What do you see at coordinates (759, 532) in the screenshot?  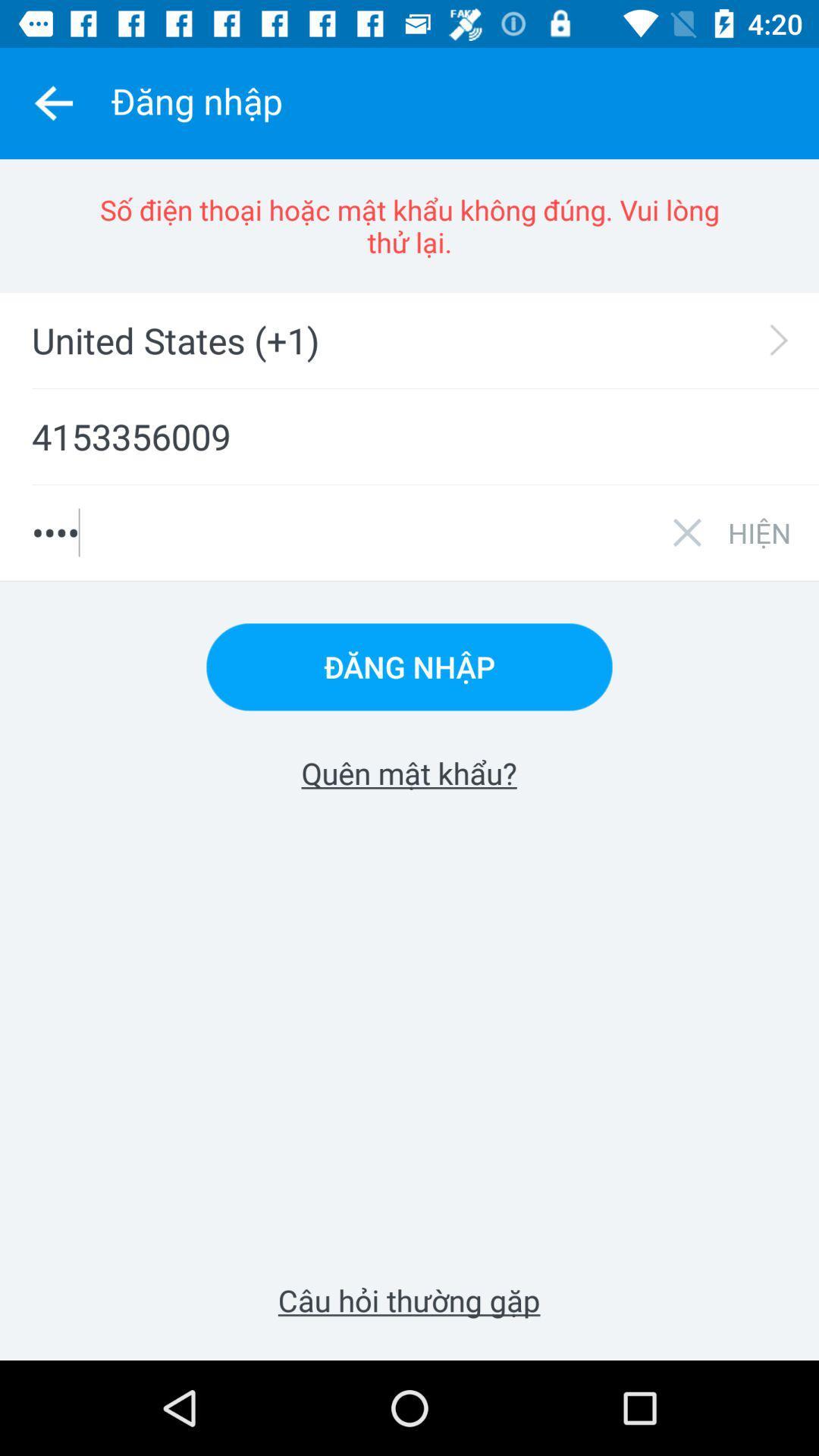 I see `icon below the 4153356009 item` at bounding box center [759, 532].